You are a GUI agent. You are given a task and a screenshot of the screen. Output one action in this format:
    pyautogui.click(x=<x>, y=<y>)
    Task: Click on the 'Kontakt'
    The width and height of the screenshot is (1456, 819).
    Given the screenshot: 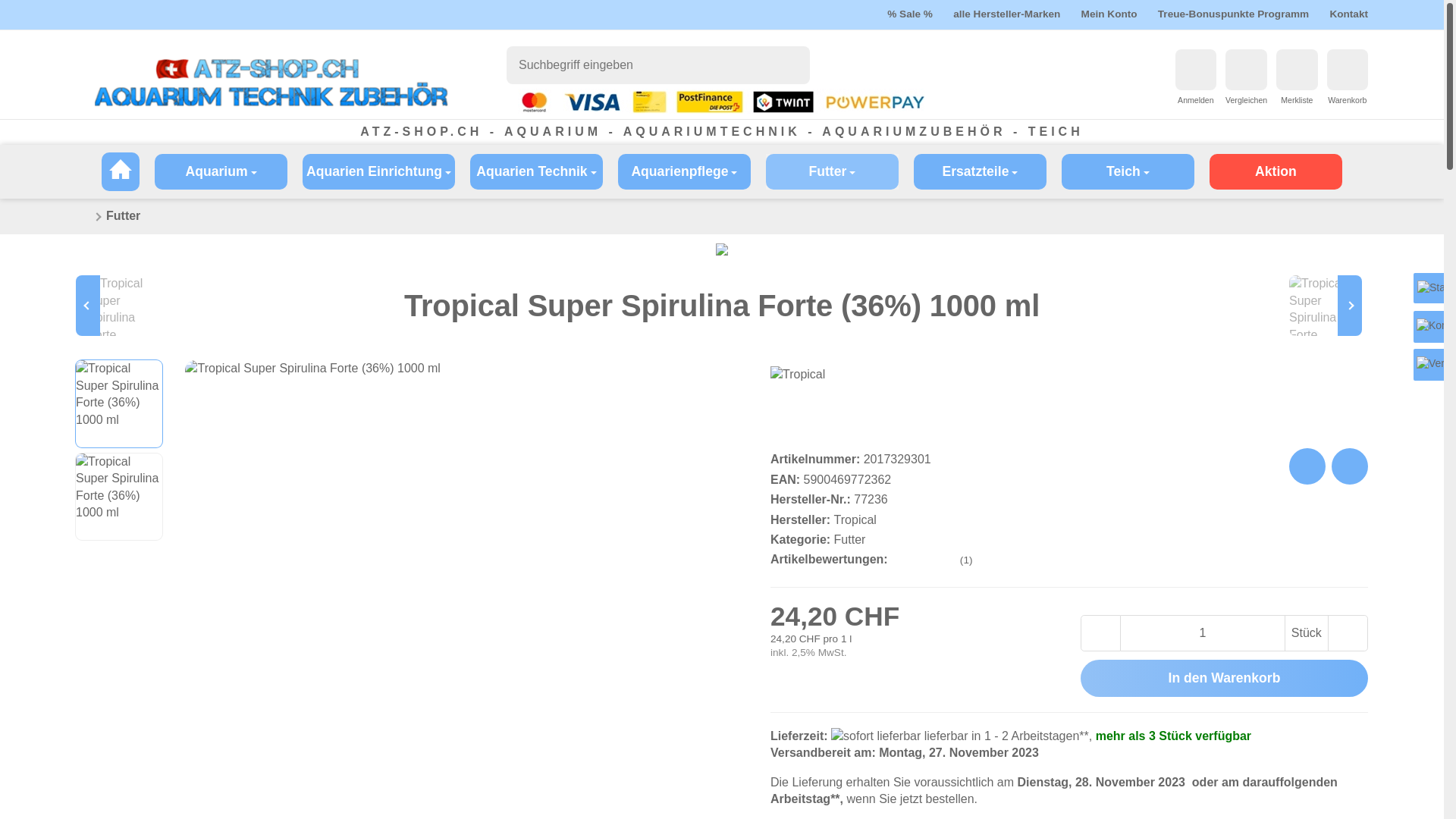 What is the action you would take?
    pyautogui.click(x=1348, y=14)
    